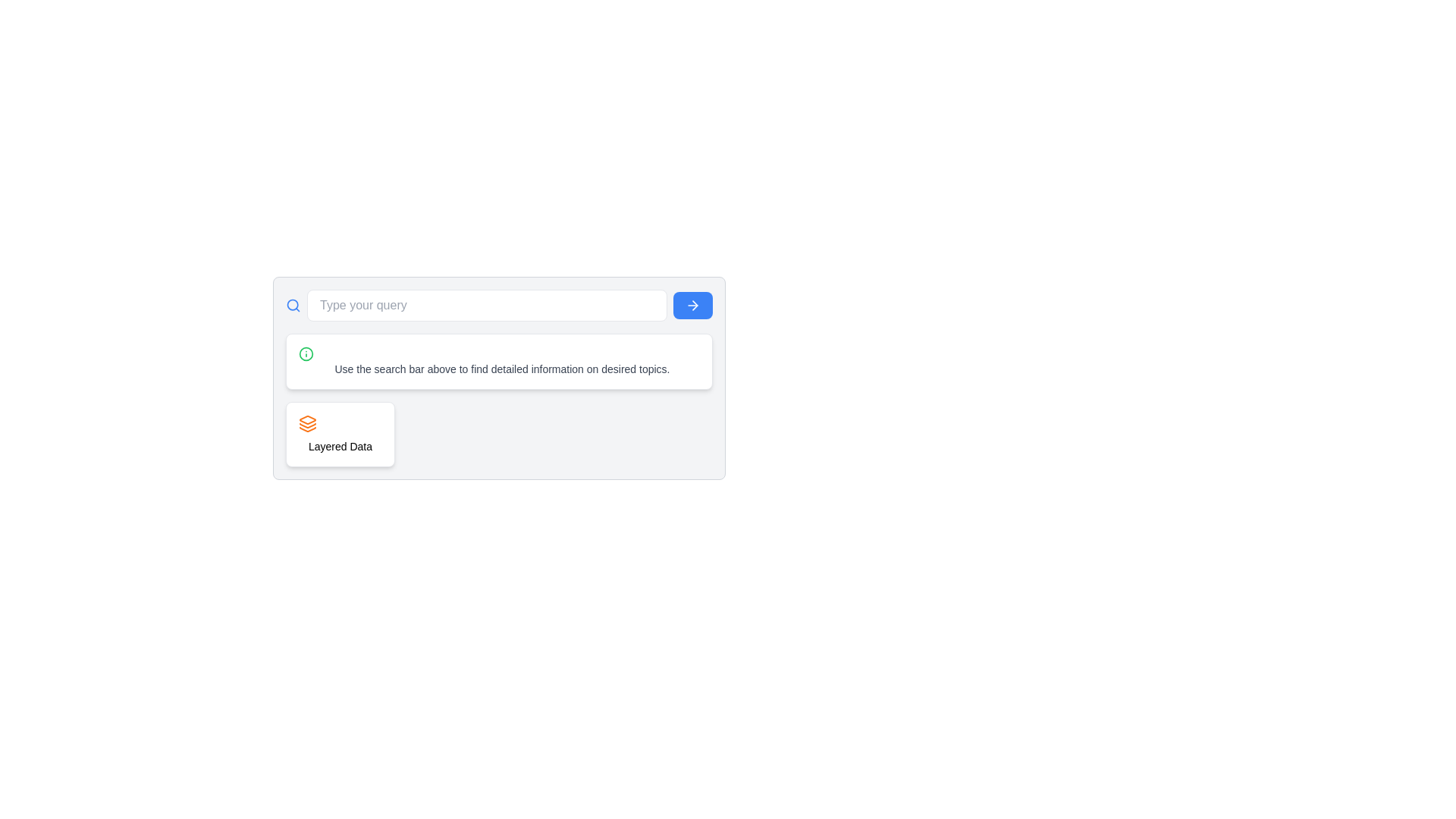  What do you see at coordinates (307, 424) in the screenshot?
I see `the orange icon resembling layered sheets or files, located in the 'Layered Data' section` at bounding box center [307, 424].